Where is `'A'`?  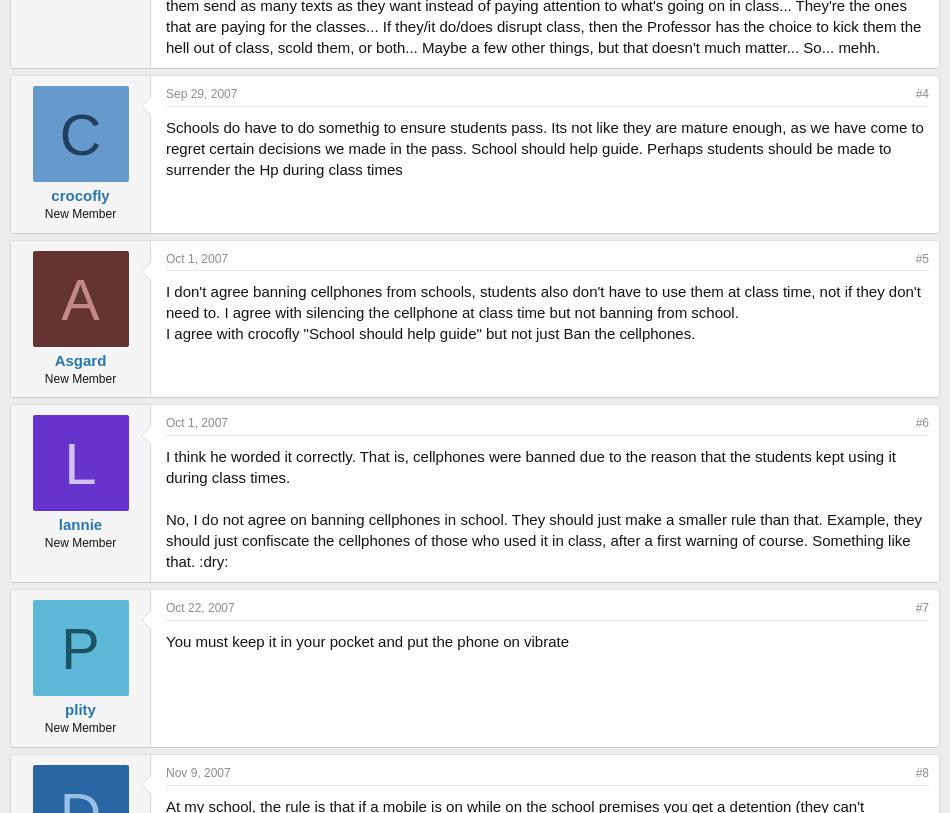
'A' is located at coordinates (60, 298).